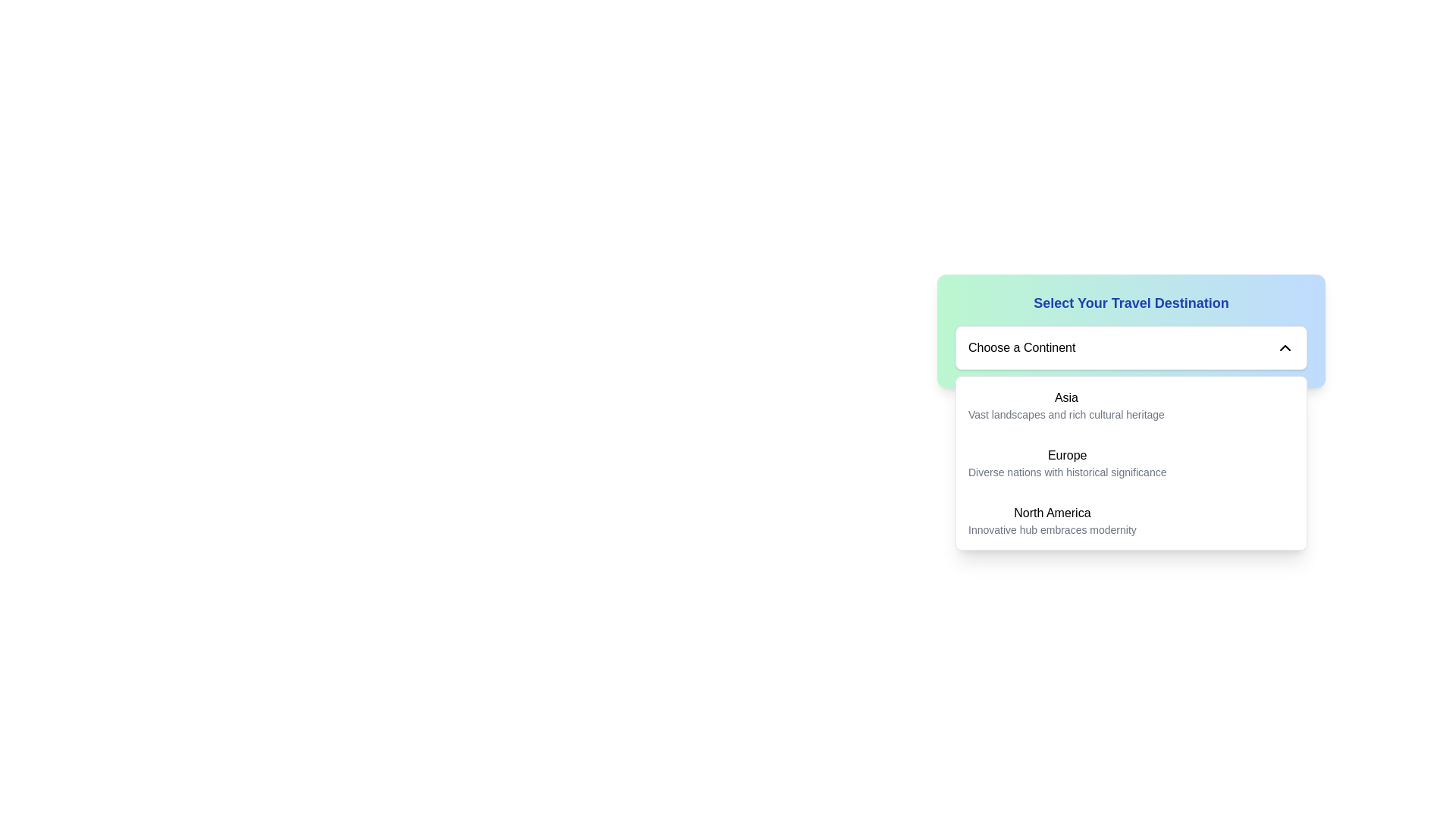 This screenshot has width=1456, height=819. Describe the element at coordinates (1065, 397) in the screenshot. I see `the text label for the continent of Asia within the 'Select Your Travel Destination' dropdown menu to select it` at that location.